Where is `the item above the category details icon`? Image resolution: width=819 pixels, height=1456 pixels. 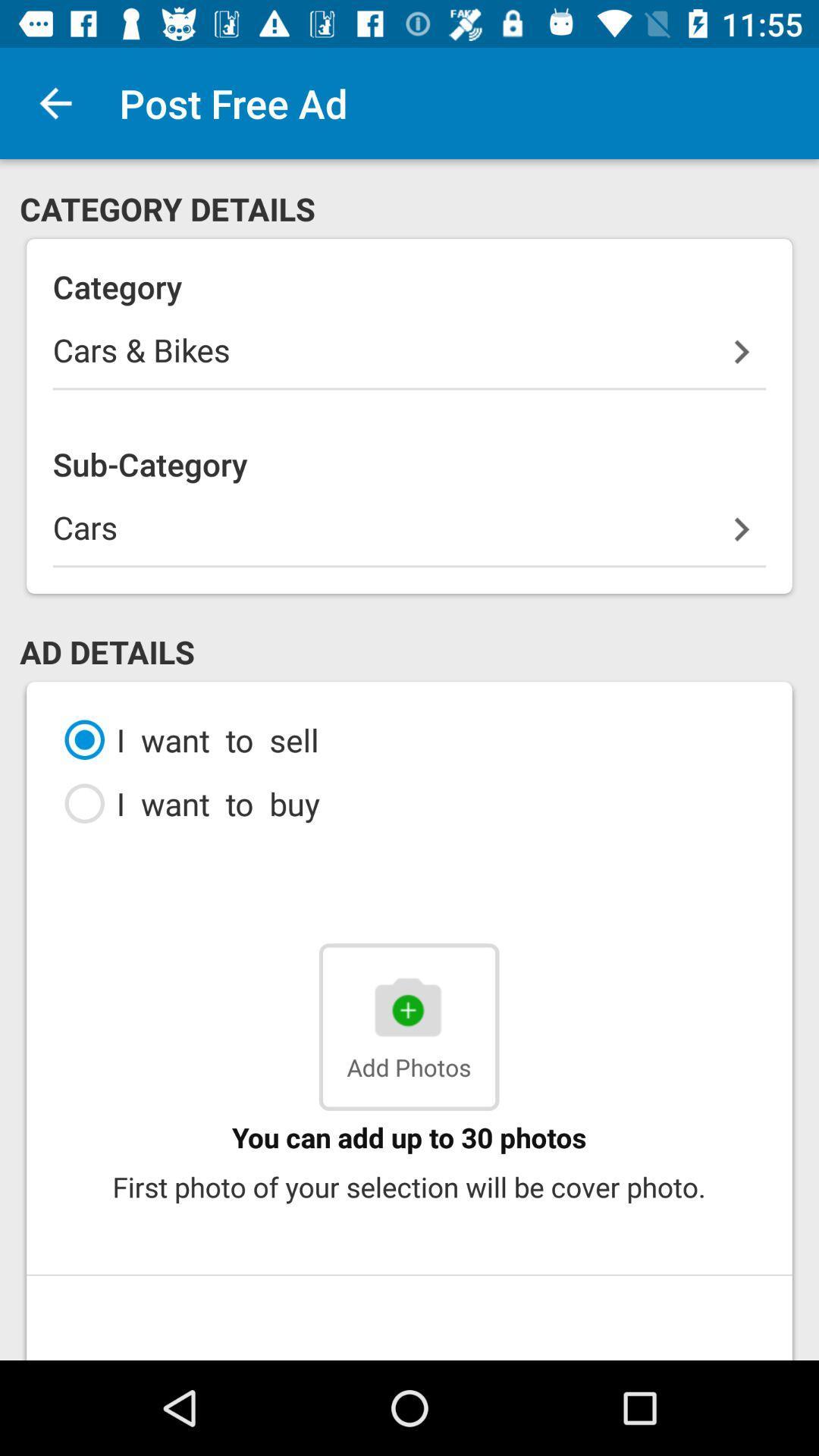
the item above the category details icon is located at coordinates (55, 102).